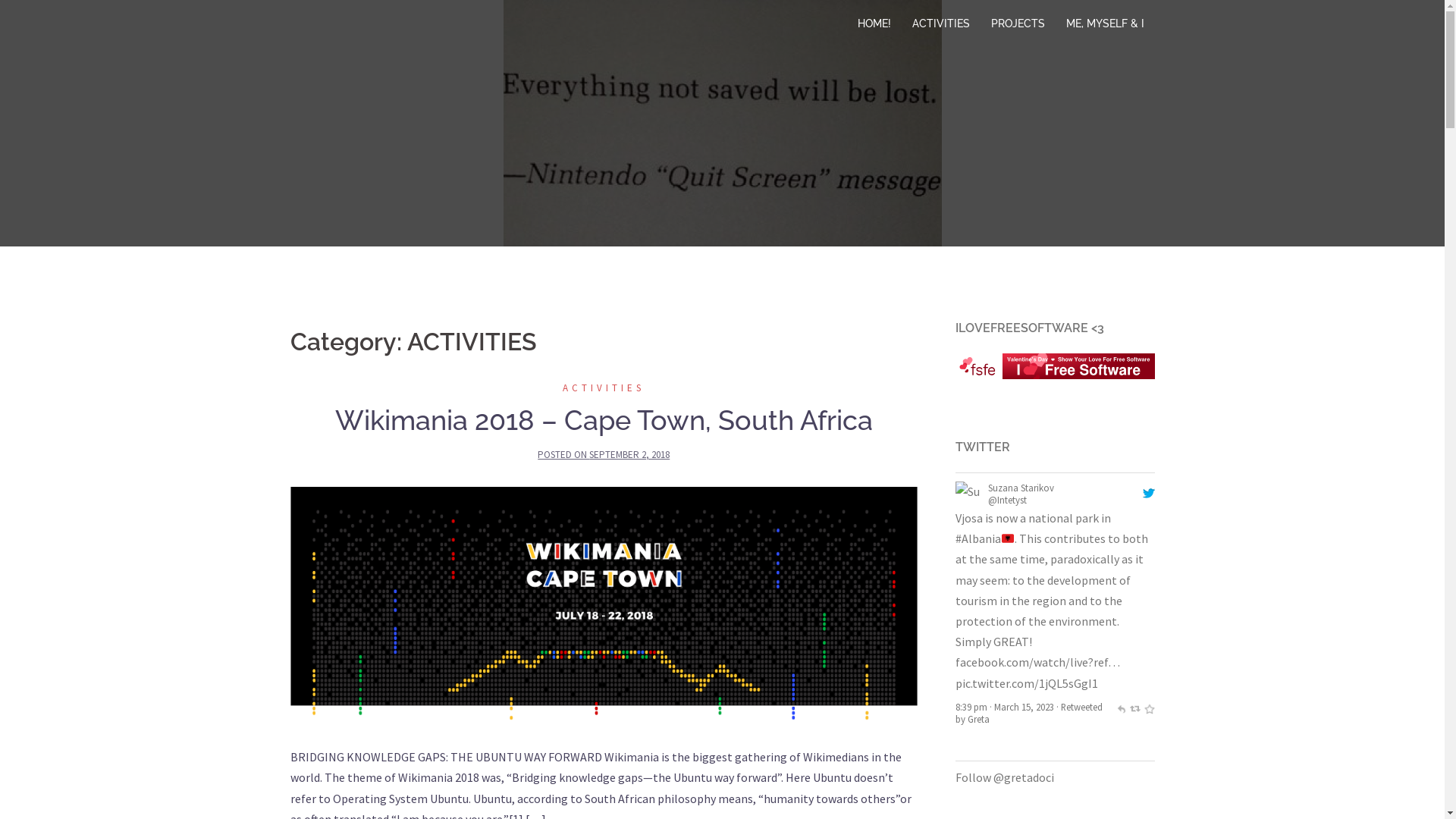 The width and height of the screenshot is (1456, 819). I want to click on 'favorite', so click(1143, 707).